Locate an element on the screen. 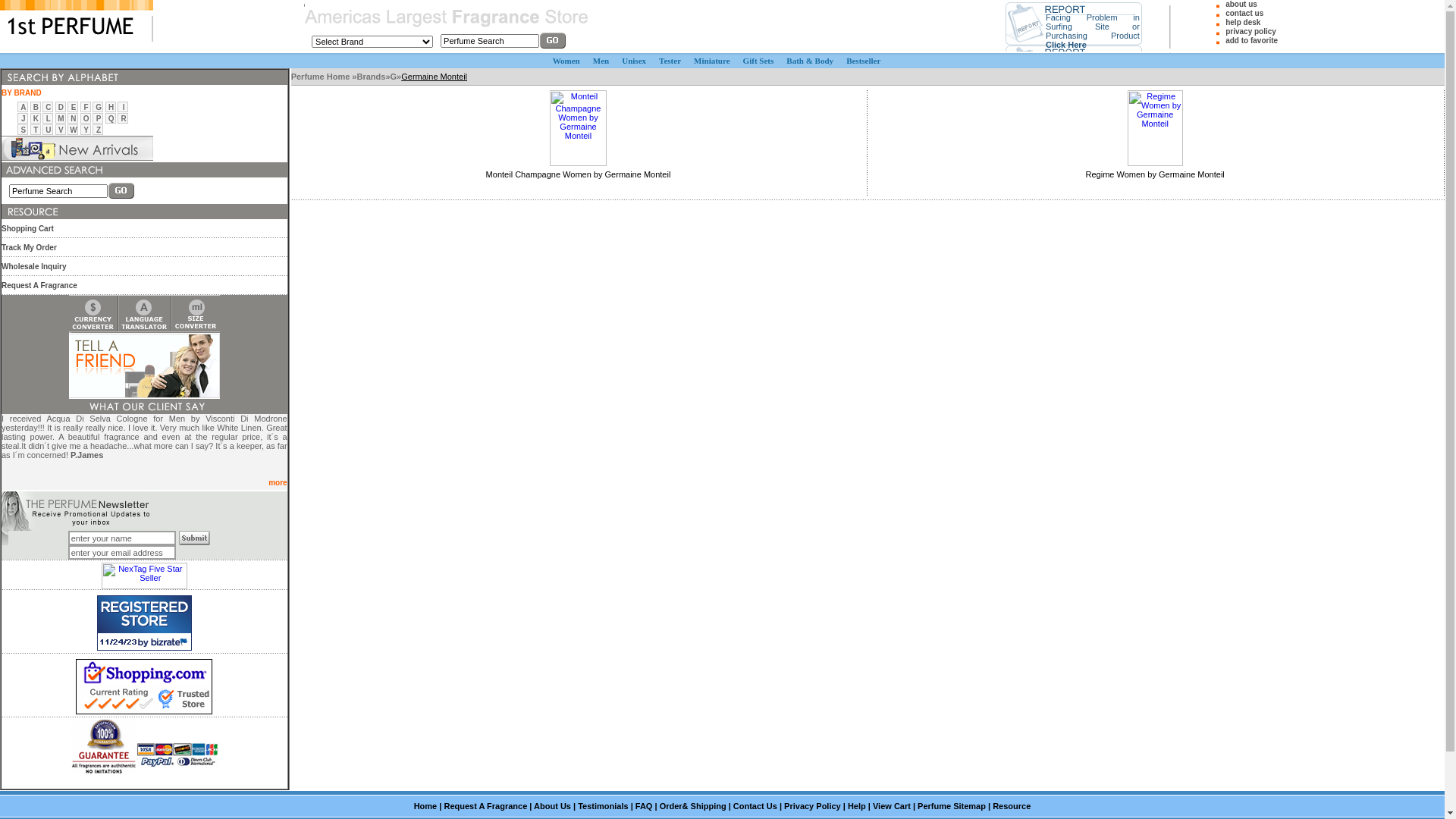 This screenshot has height=819, width=1456. 'Search Brand Perfume Alphabetically' is located at coordinates (59, 77).